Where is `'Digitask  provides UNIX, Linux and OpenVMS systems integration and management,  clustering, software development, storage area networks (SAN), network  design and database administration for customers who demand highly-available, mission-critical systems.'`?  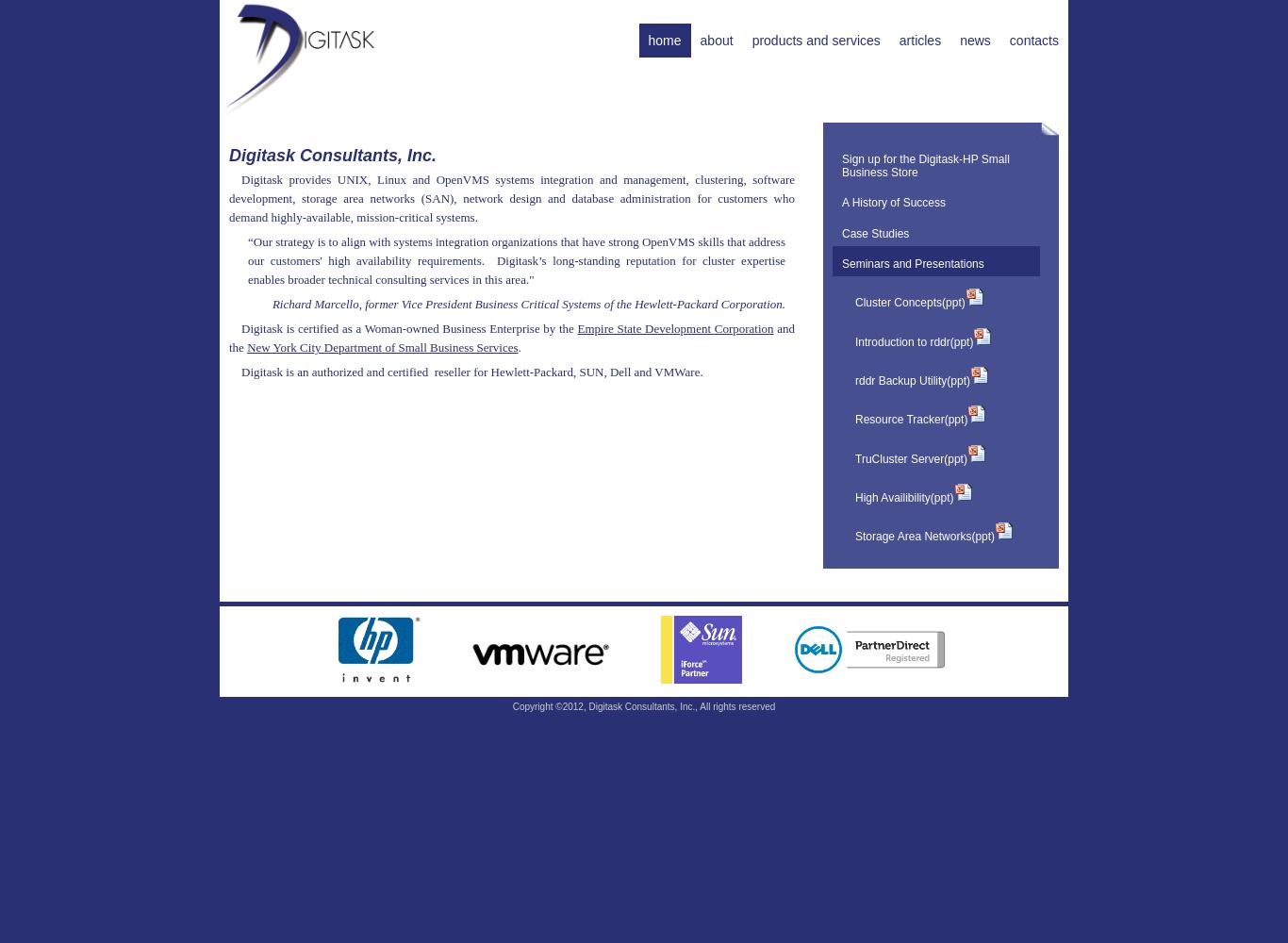
'Digitask  provides UNIX, Linux and OpenVMS systems integration and management,  clustering, software development, storage area networks (SAN), network  design and database administration for customers who demand highly-available, mission-critical systems.' is located at coordinates (511, 196).